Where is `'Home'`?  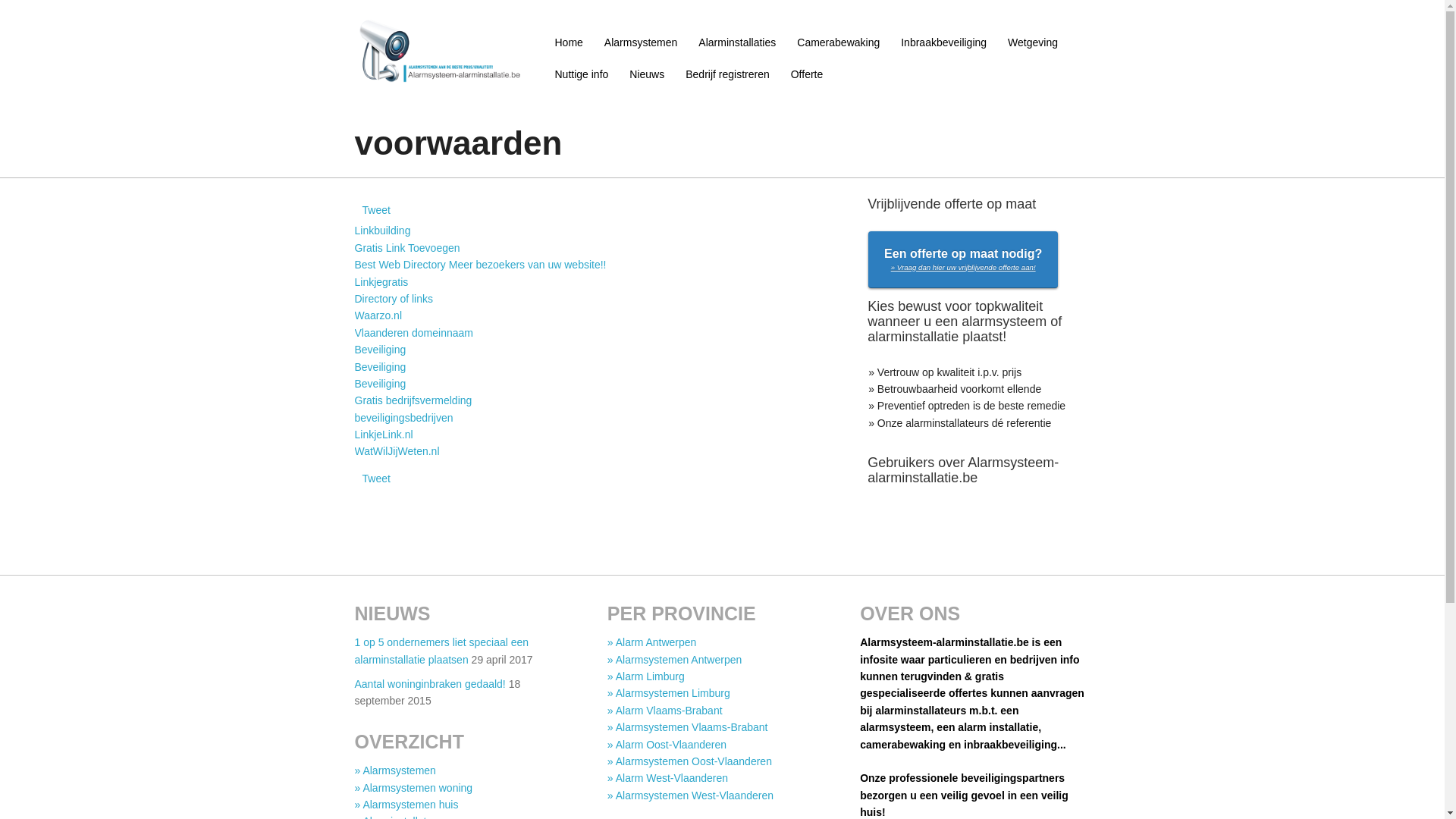 'Home' is located at coordinates (568, 42).